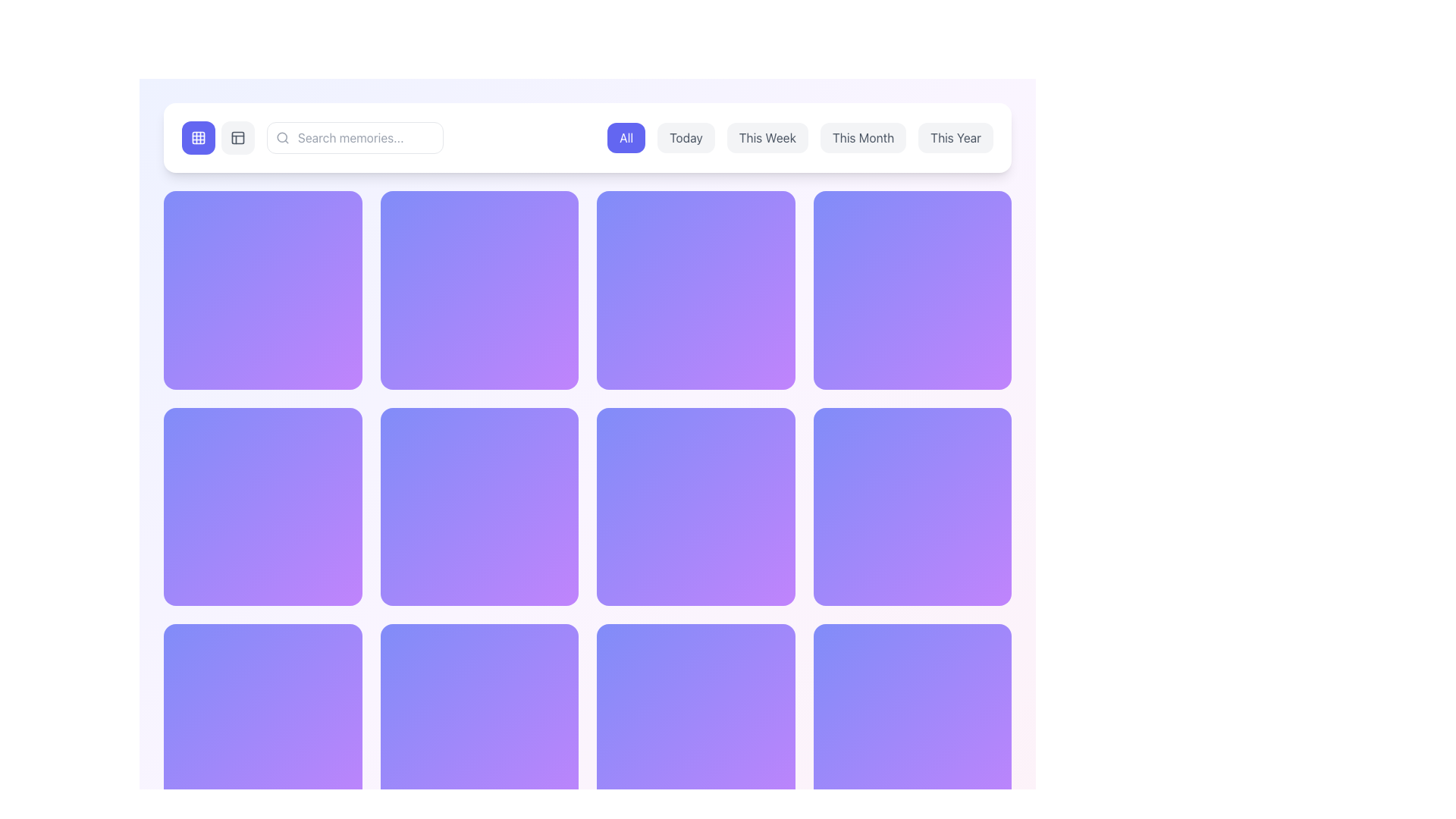 The image size is (1456, 819). What do you see at coordinates (863, 137) in the screenshot?
I see `the 'This Month' button, which is the fourth button in a row of filters, to apply the filter` at bounding box center [863, 137].